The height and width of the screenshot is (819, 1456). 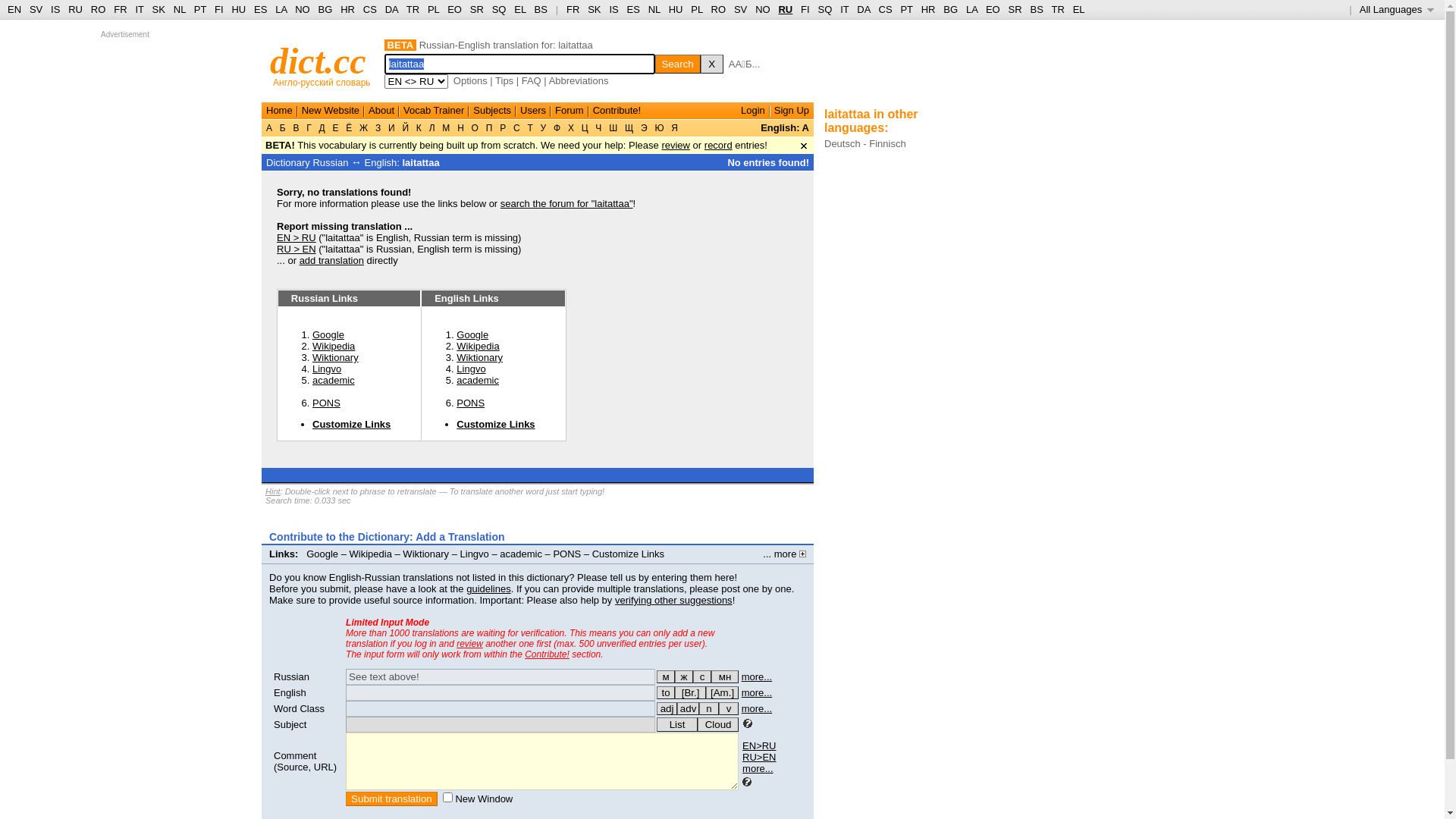 What do you see at coordinates (906, 9) in the screenshot?
I see `'PT'` at bounding box center [906, 9].